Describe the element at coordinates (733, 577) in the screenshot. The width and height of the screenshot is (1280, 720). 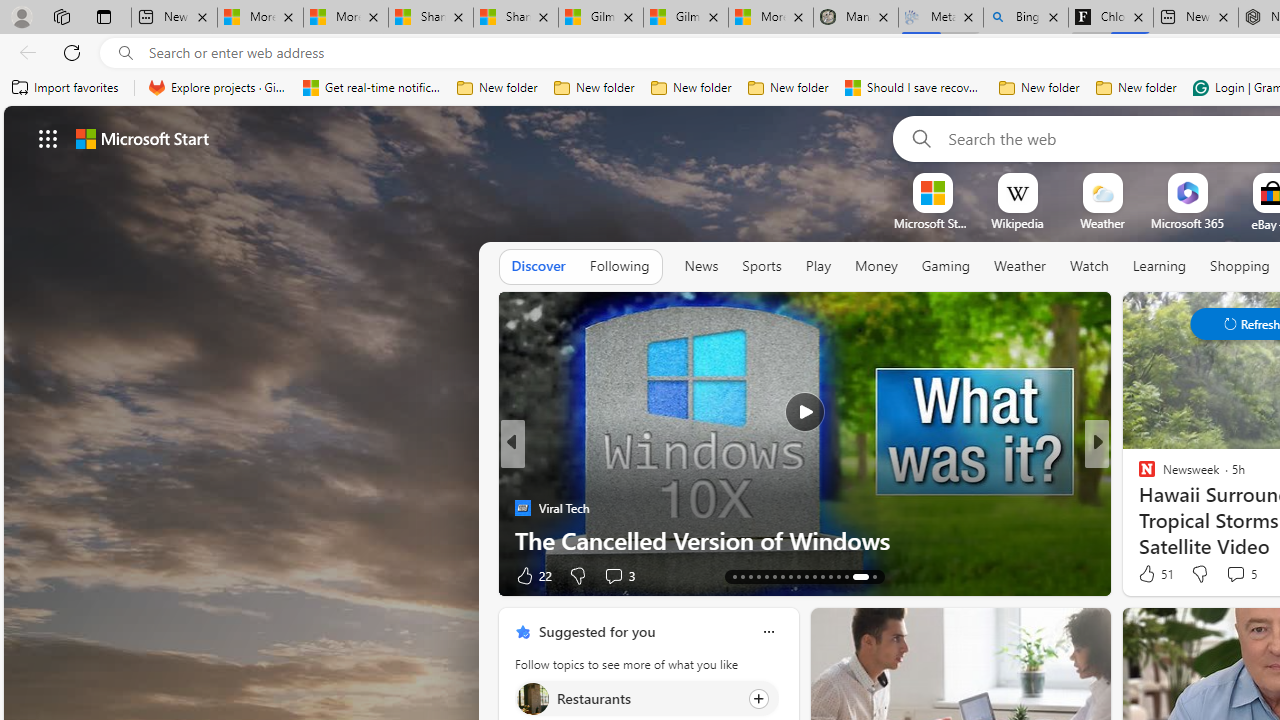
I see `'AutomationID: tab-17'` at that location.